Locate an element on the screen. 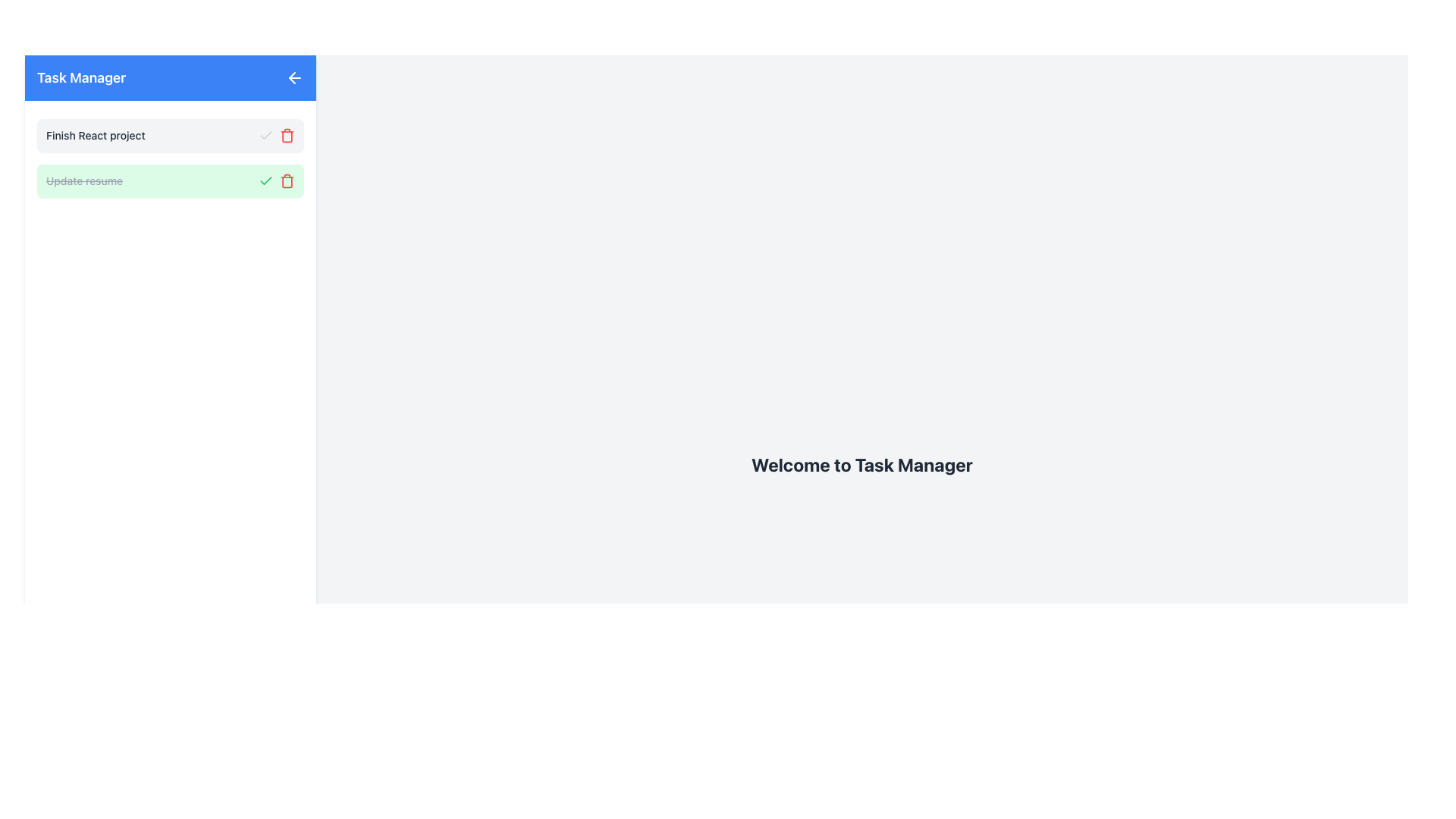 This screenshot has height=819, width=1456. the green check mark icon indicator is located at coordinates (265, 180).